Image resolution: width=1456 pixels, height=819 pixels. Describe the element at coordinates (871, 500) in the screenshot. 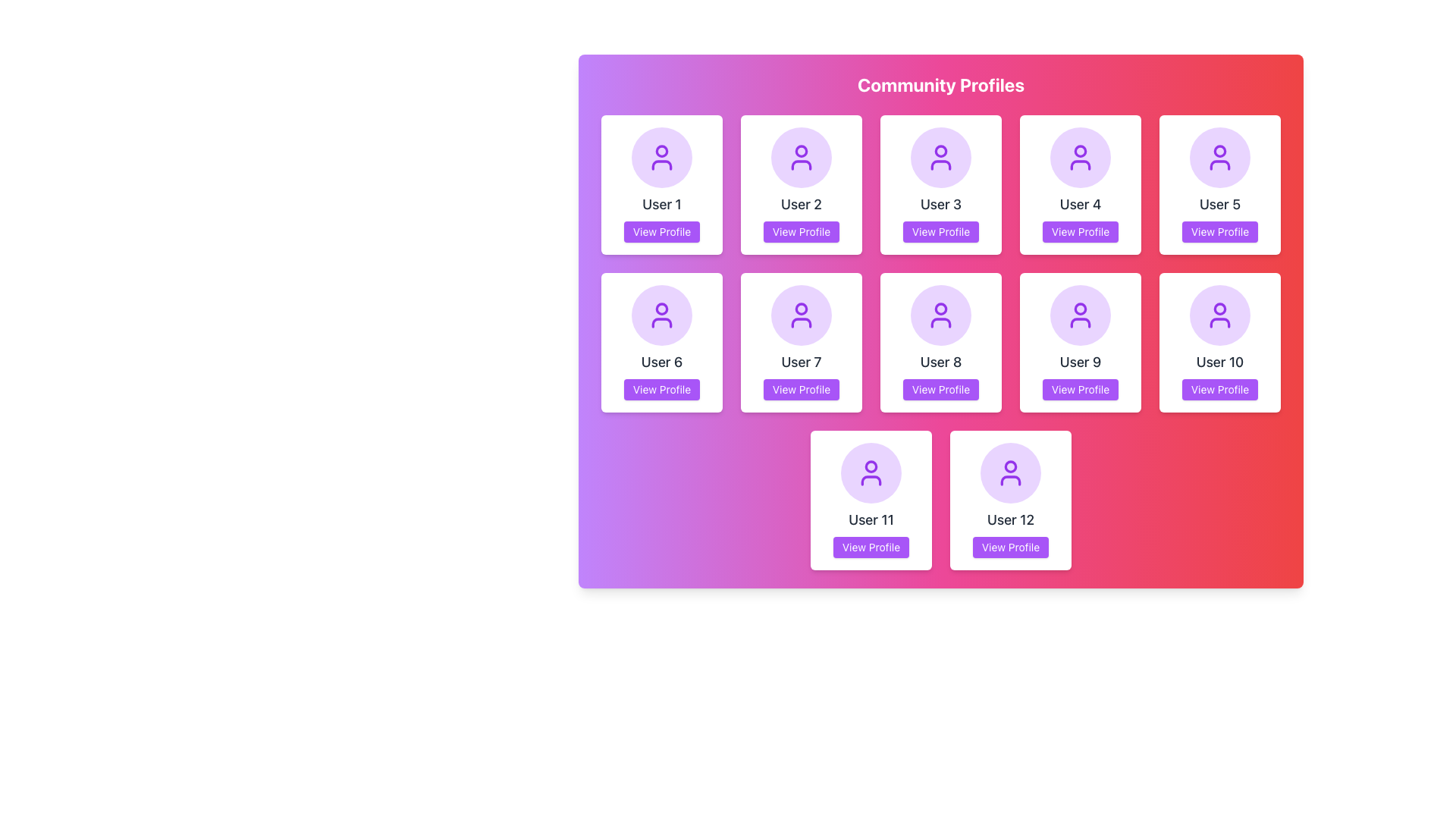

I see `the User Profile Card for 'User 11'` at that location.